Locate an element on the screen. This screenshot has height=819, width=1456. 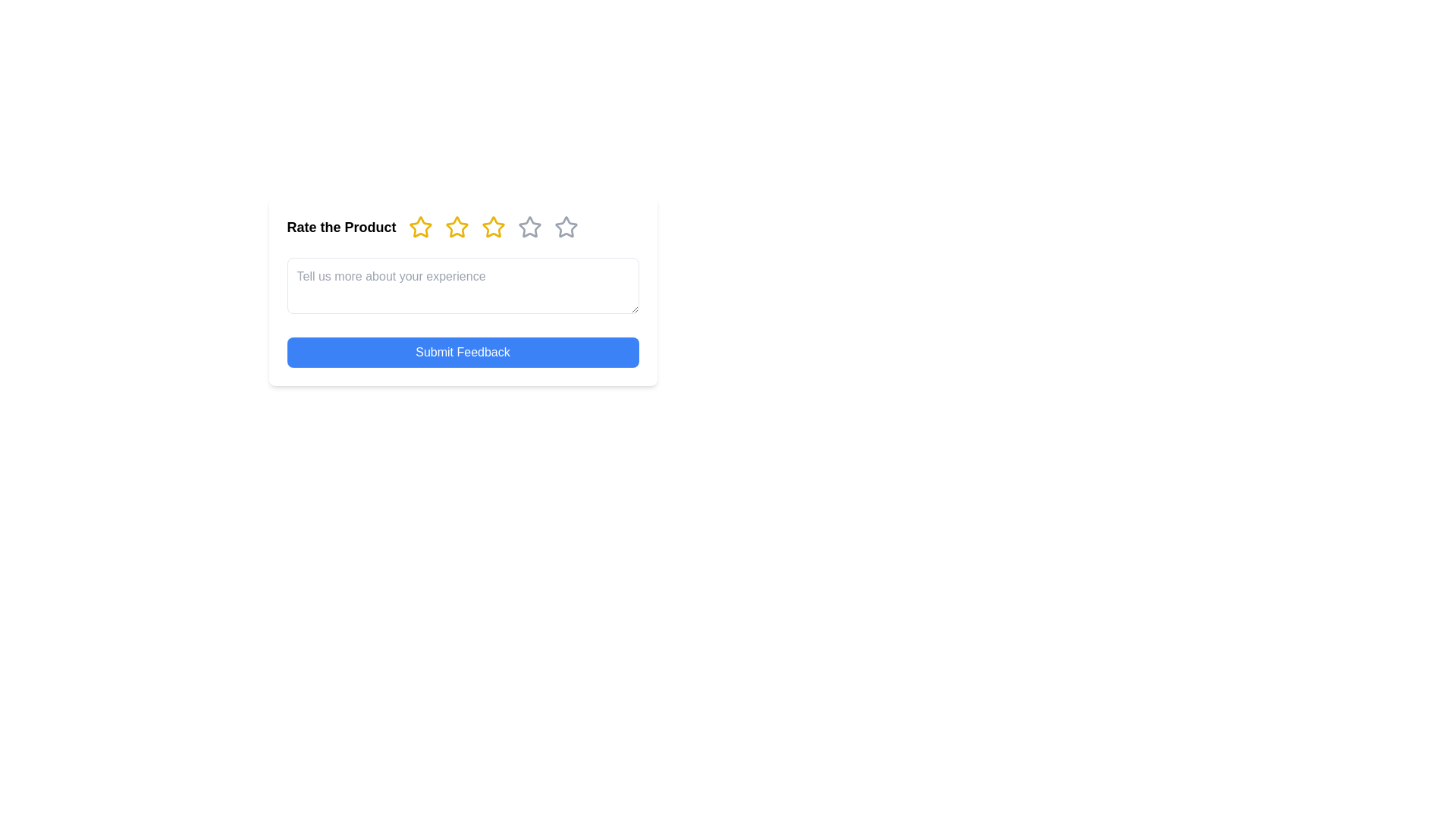
the fifth Rating Star Icon is located at coordinates (565, 227).